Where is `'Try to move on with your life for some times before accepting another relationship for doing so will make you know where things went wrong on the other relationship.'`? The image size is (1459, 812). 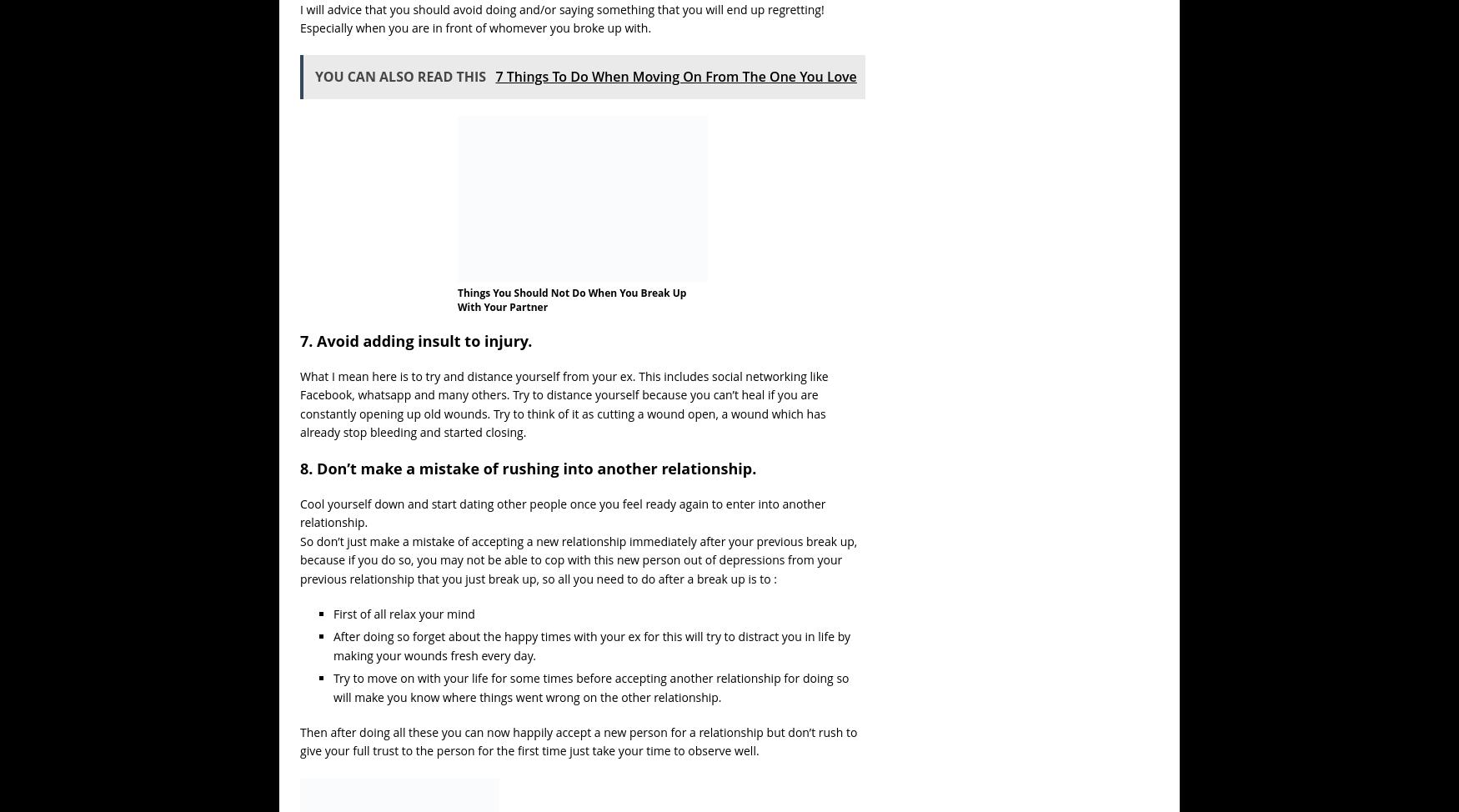
'Try to move on with your life for some times before accepting another relationship for doing so will make you know where things went wrong on the other relationship.' is located at coordinates (590, 687).